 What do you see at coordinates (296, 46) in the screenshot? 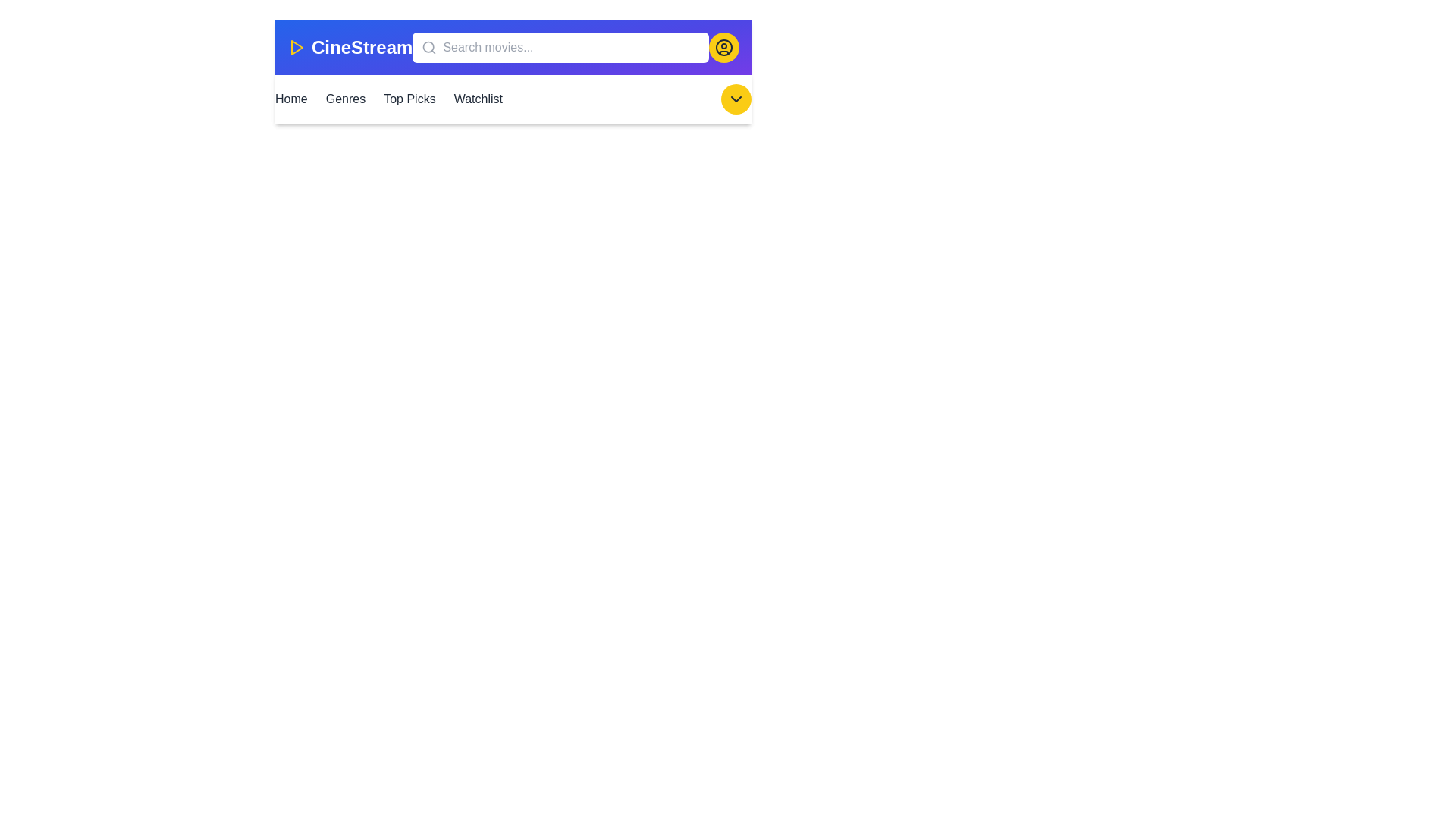
I see `the play icon to indicate the application is related to movies` at bounding box center [296, 46].